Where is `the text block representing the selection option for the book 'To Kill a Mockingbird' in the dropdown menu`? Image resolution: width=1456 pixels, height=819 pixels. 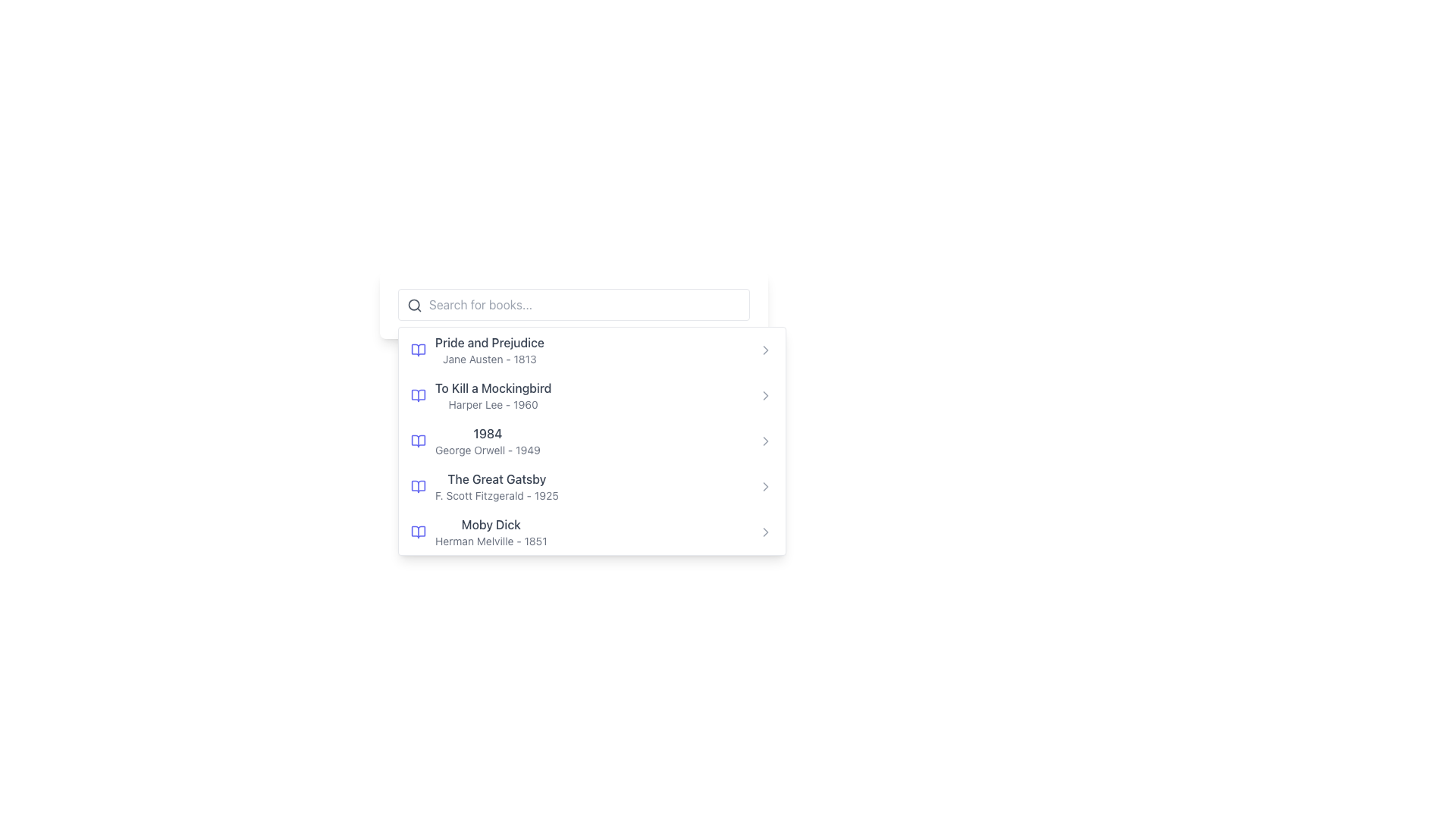 the text block representing the selection option for the book 'To Kill a Mockingbird' in the dropdown menu is located at coordinates (493, 394).